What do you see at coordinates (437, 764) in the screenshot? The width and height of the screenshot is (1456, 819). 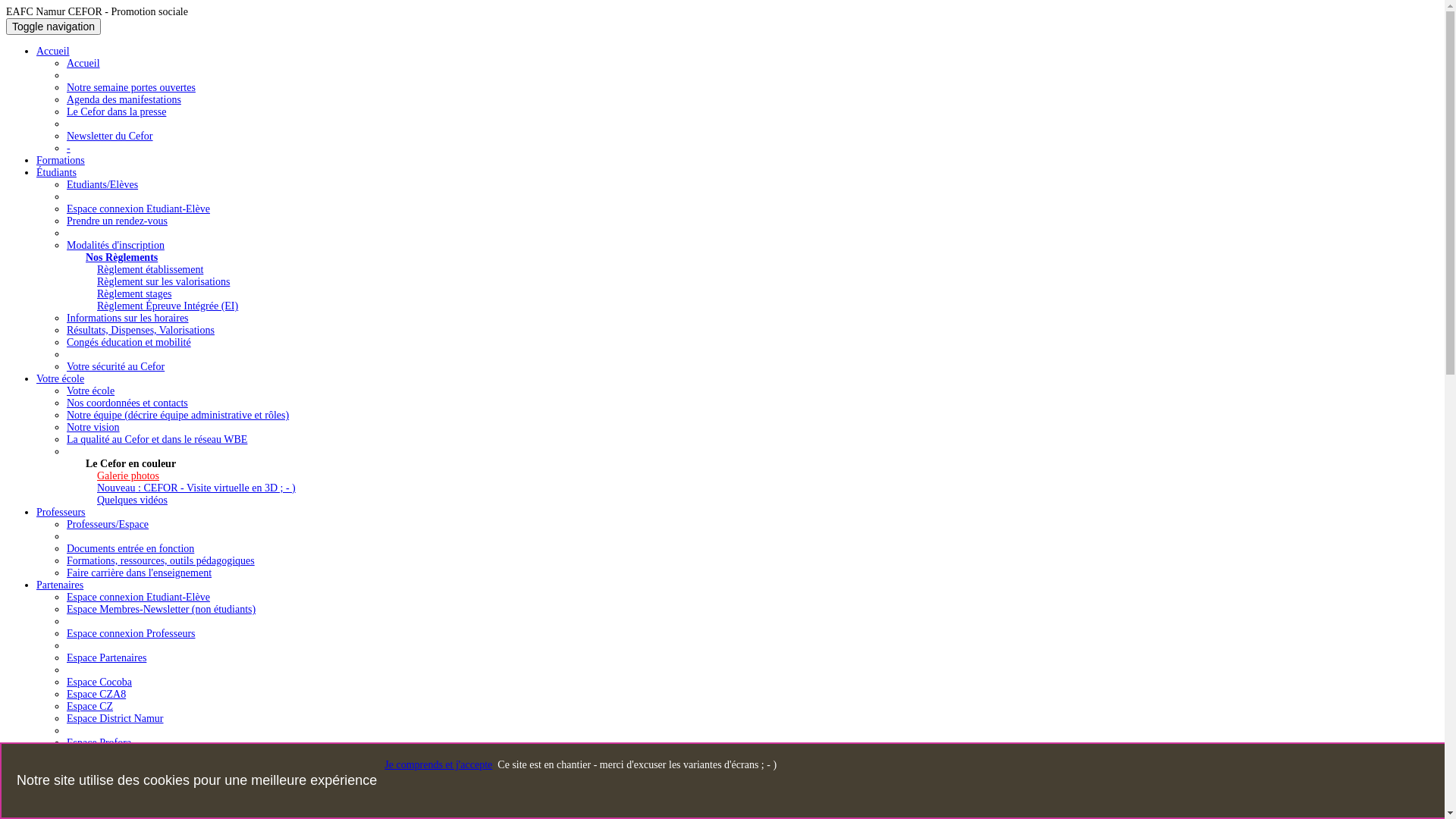 I see `'Je comprends et j'accepte'` at bounding box center [437, 764].